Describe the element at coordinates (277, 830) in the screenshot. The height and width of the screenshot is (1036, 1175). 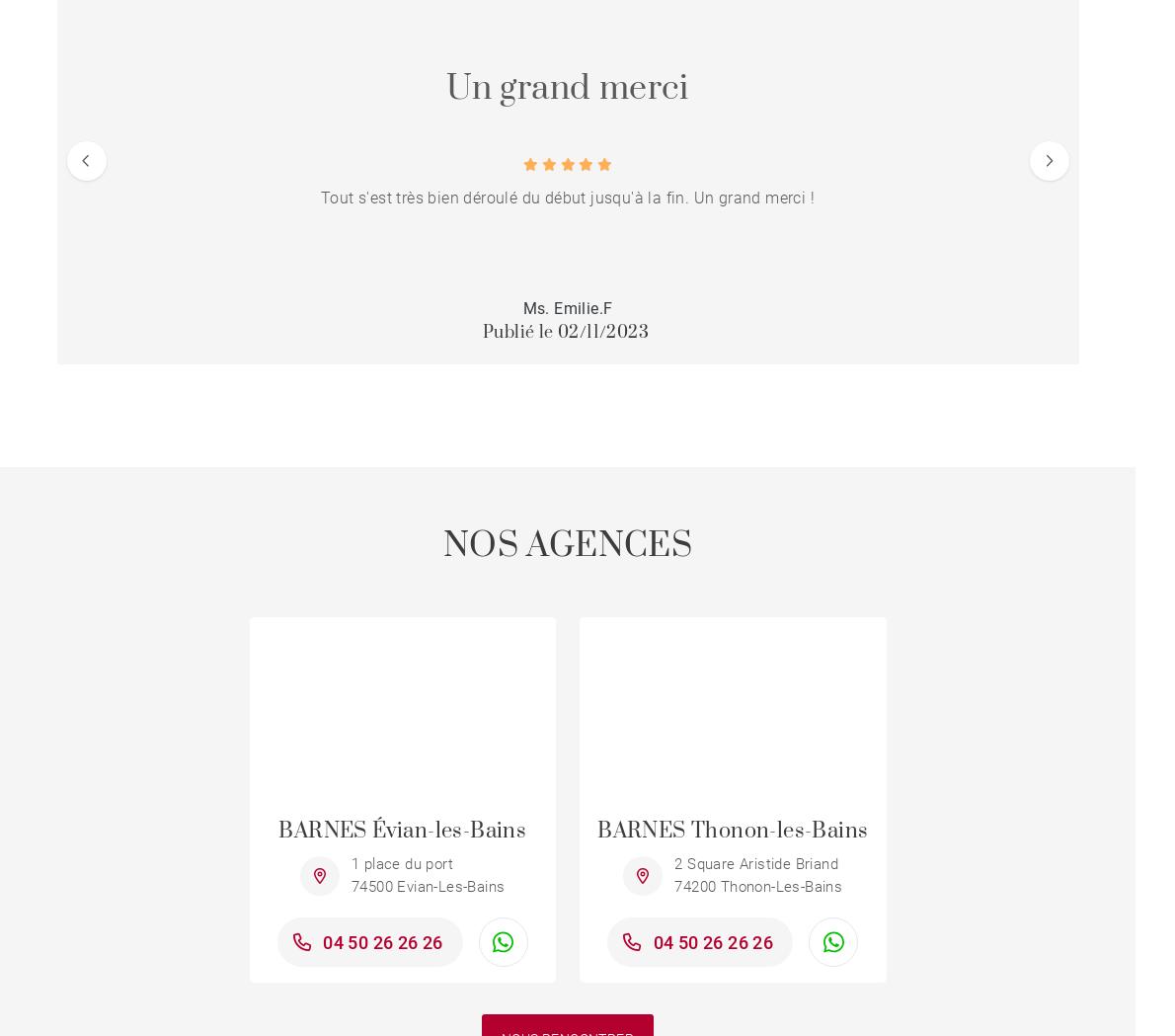
I see `'BARNES Évian-les-Bains'` at that location.